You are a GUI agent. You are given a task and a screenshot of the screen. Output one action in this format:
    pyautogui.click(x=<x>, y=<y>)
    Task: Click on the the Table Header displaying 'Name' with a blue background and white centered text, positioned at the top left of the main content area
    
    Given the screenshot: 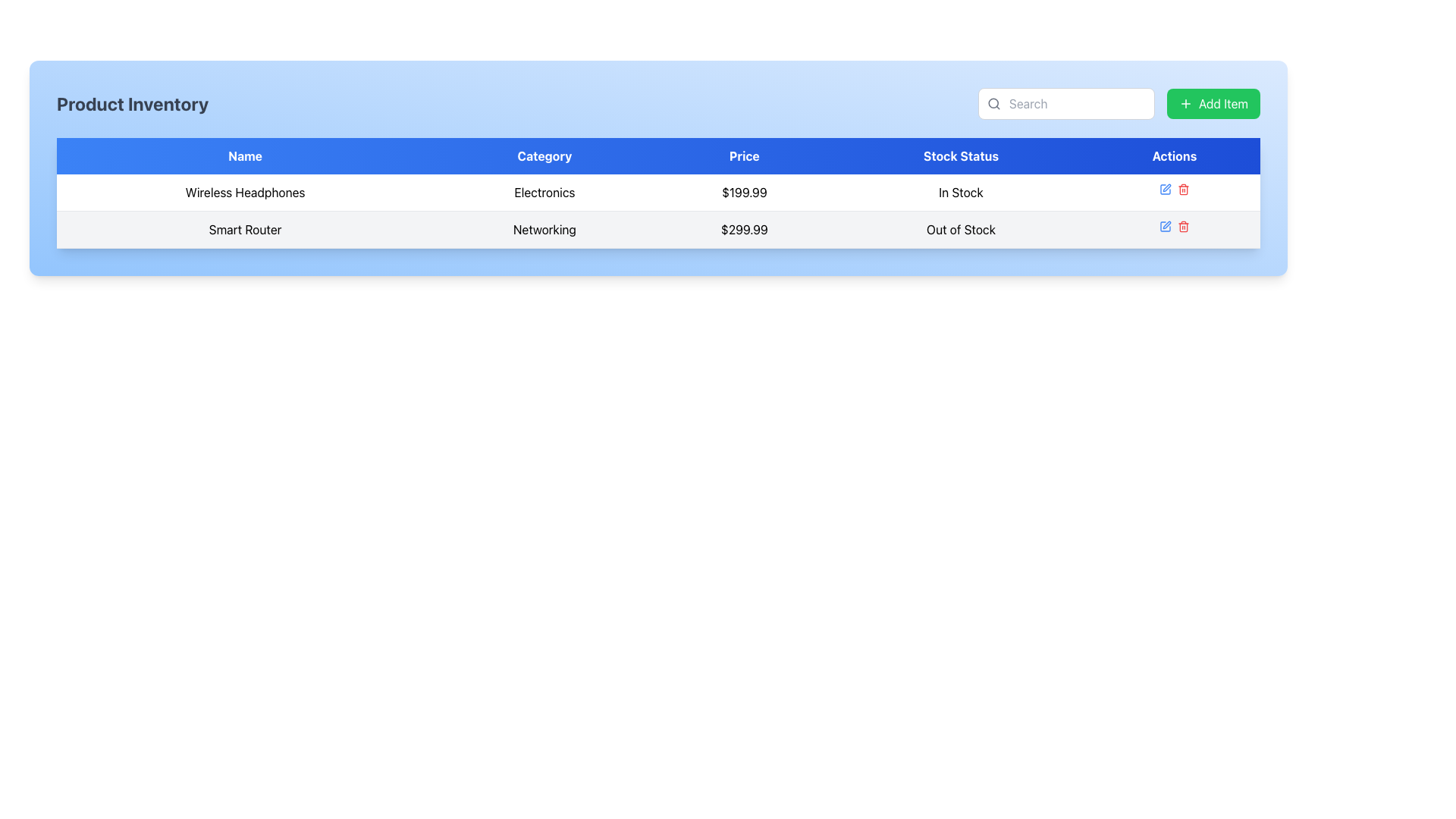 What is the action you would take?
    pyautogui.click(x=245, y=155)
    